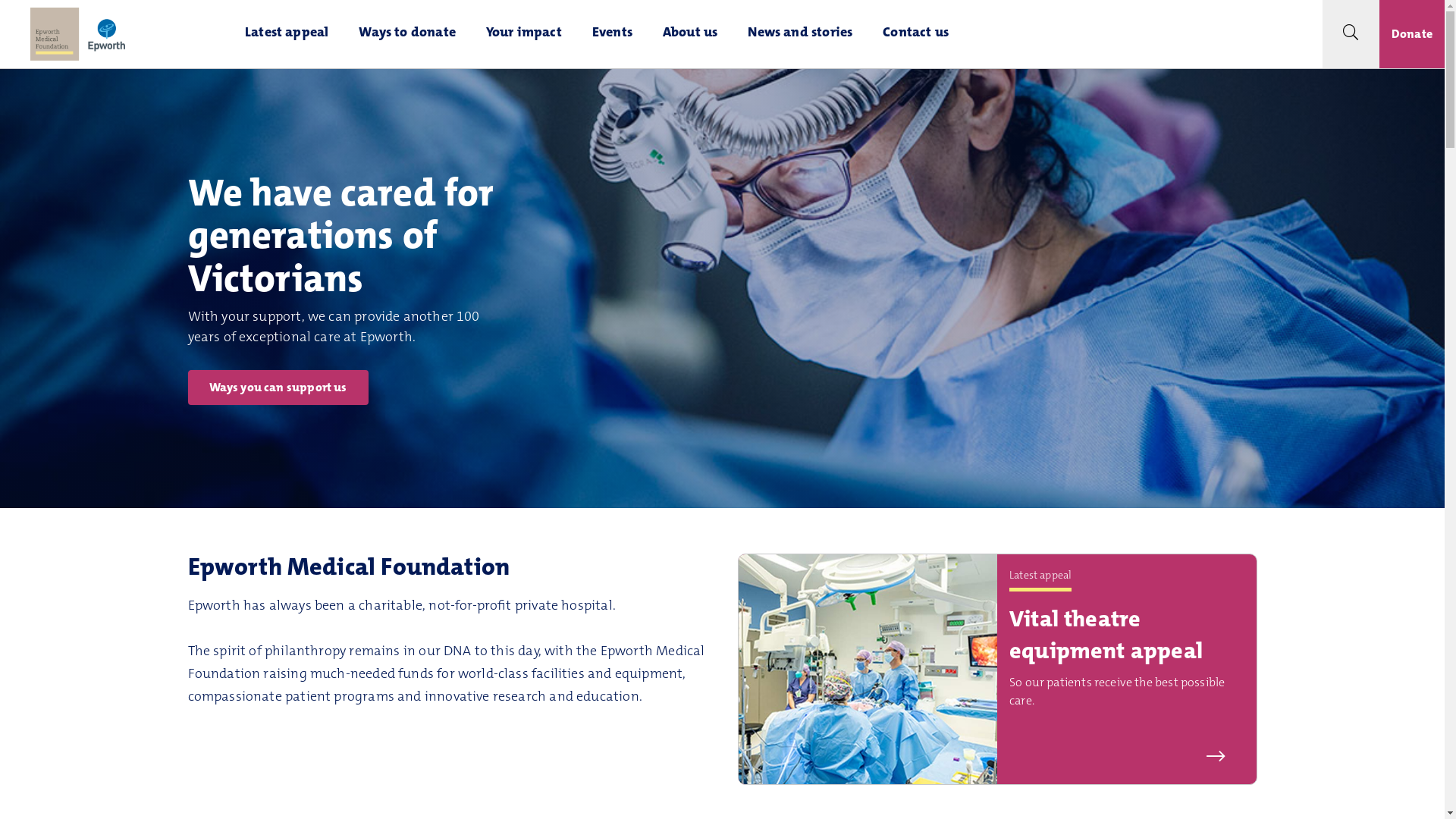 The height and width of the screenshot is (819, 1456). What do you see at coordinates (1106, 637) in the screenshot?
I see `'Vital theatre equipment appeal'` at bounding box center [1106, 637].